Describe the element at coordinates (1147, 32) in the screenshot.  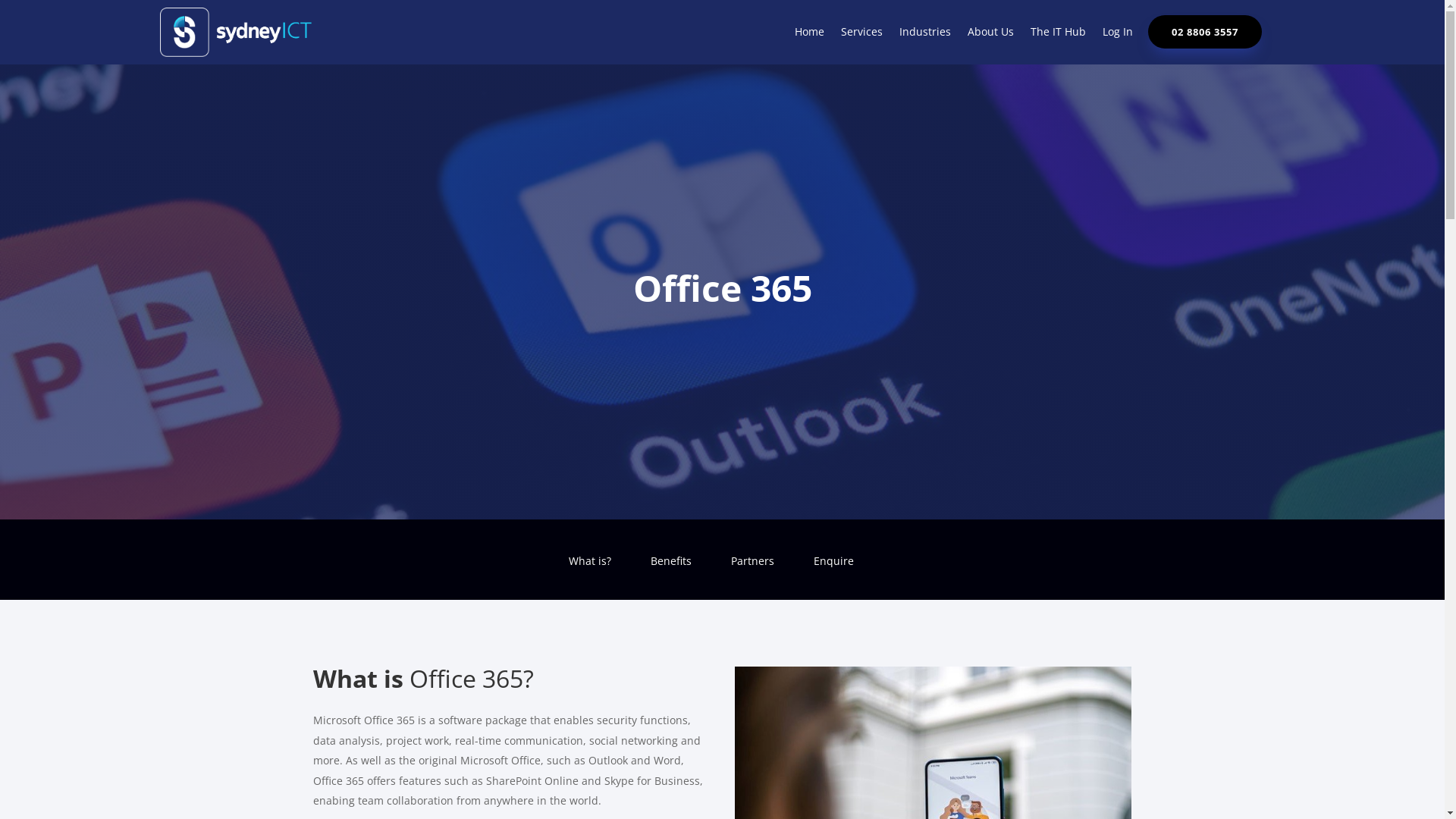
I see `'02 8806 3557'` at that location.